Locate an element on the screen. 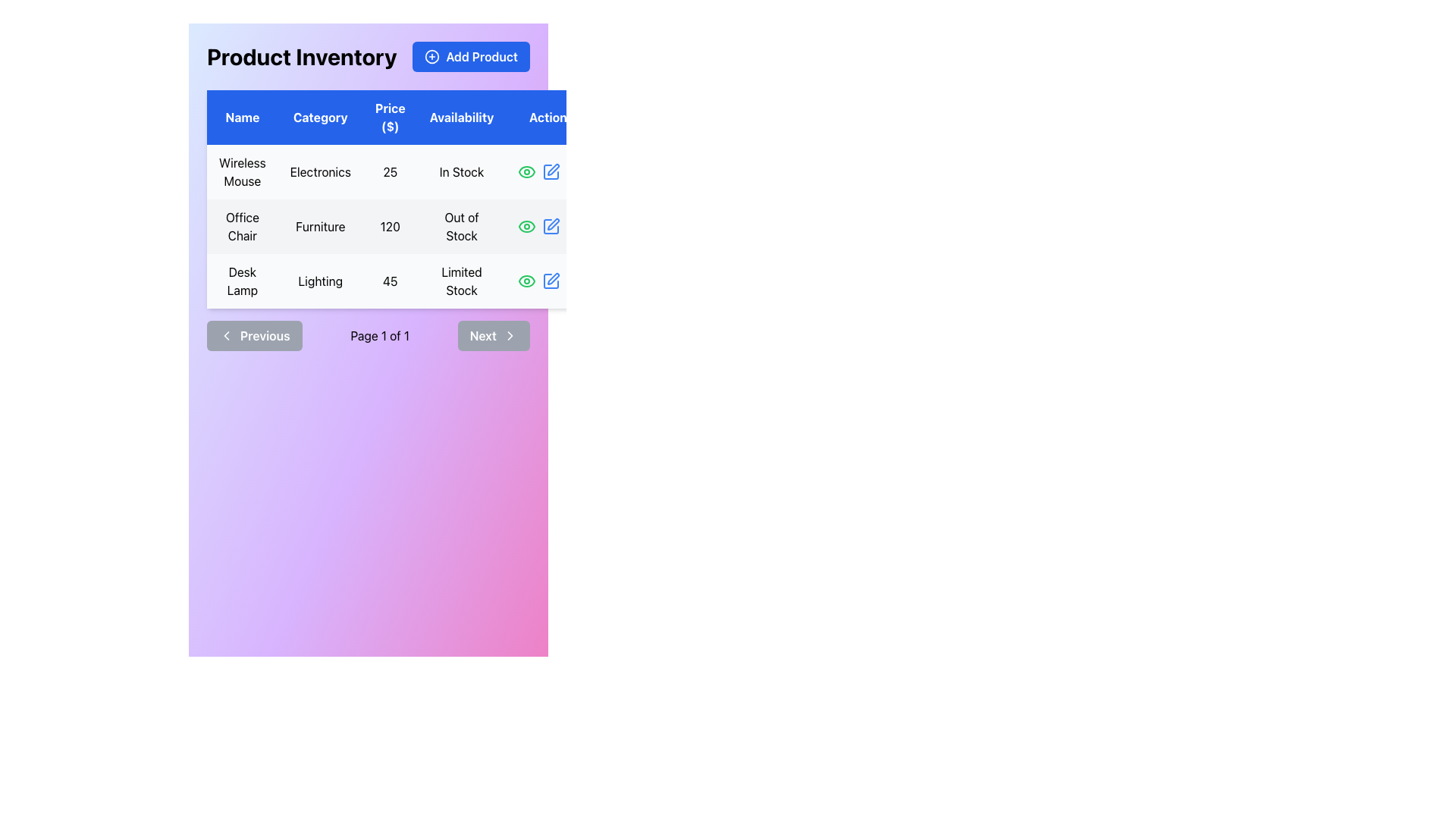 Image resolution: width=1456 pixels, height=819 pixels. the navigation button located at the bottom-right section of the interface is located at coordinates (494, 335).